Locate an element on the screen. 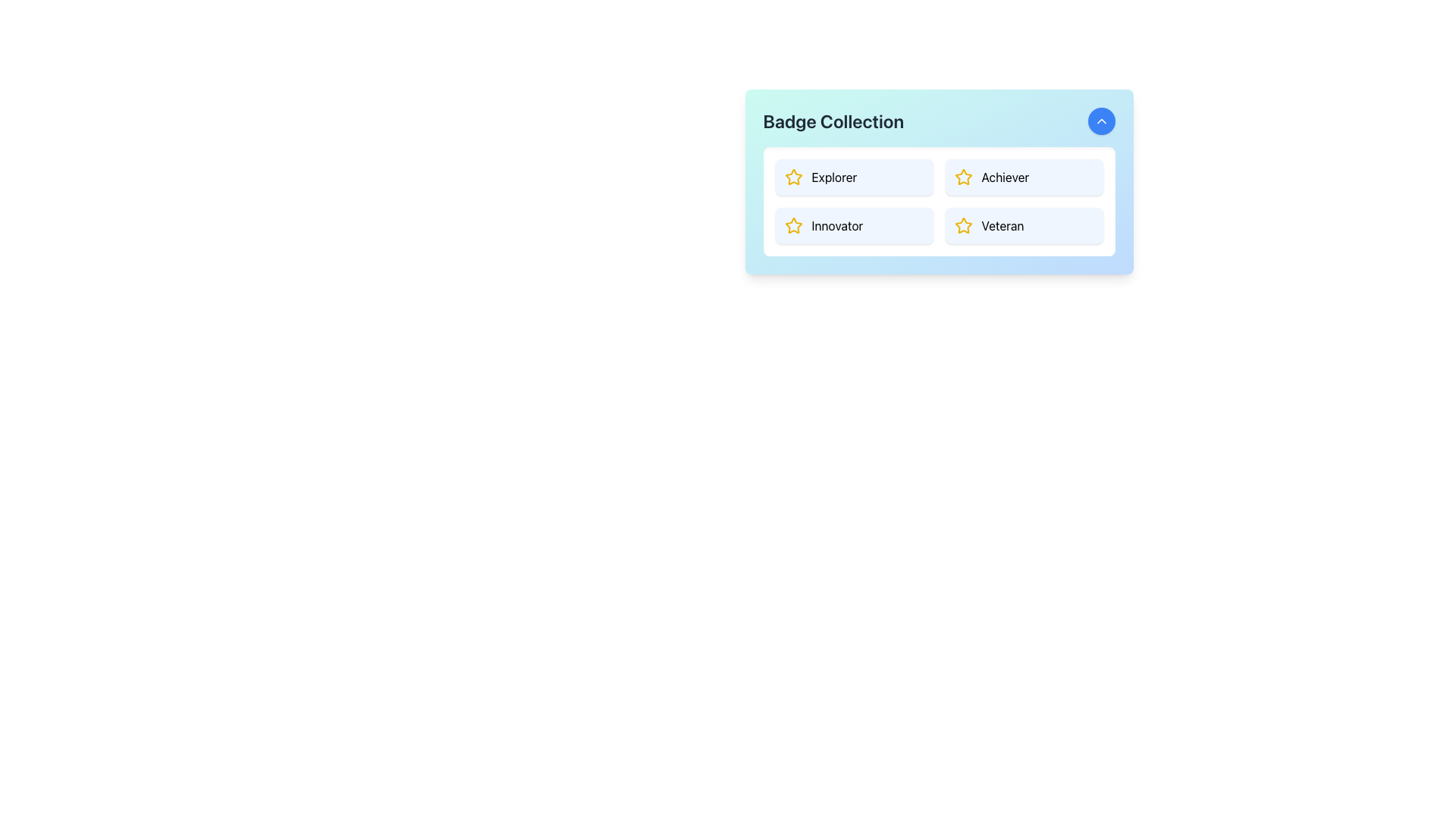  the star icon with a yellow fill located to the left of the 'Explorer' text in the 'Badge Collection' widget is located at coordinates (792, 177).